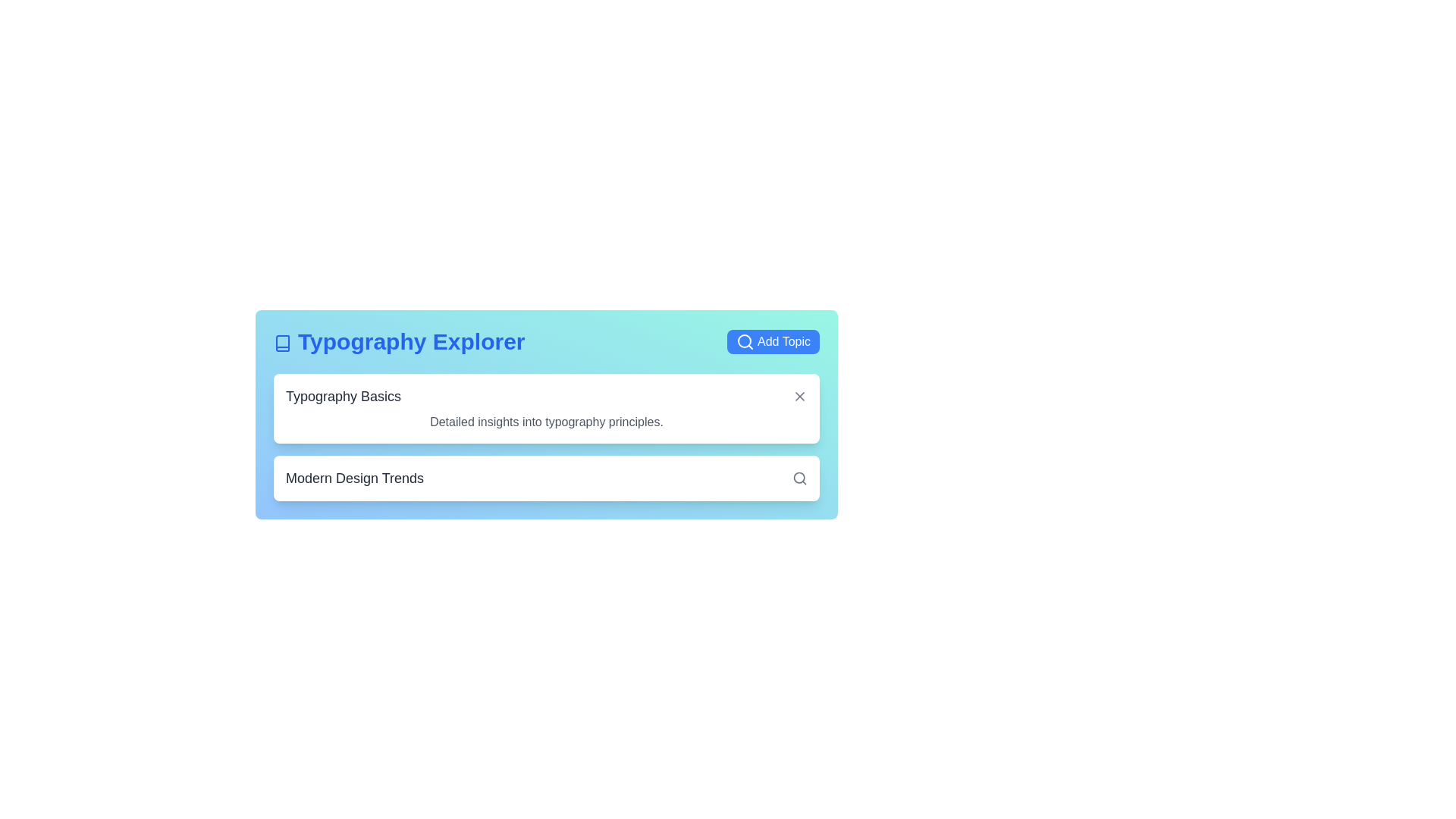 The height and width of the screenshot is (819, 1456). What do you see at coordinates (399, 342) in the screenshot?
I see `text label 'Typography Explorer' which is prominently displayed in bold, large blue font, located in the upper left portion of a card-like interface` at bounding box center [399, 342].